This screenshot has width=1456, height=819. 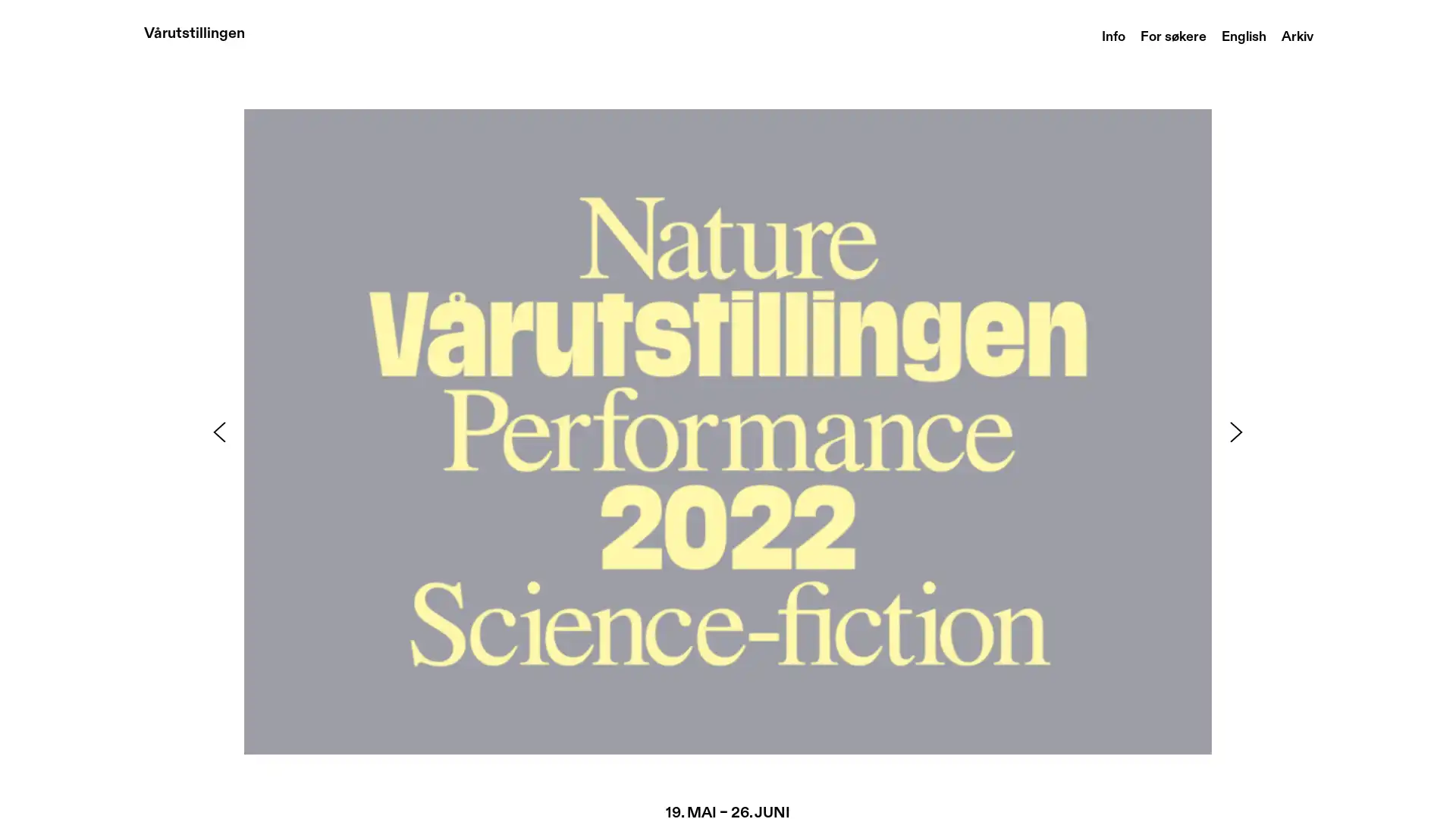 What do you see at coordinates (218, 431) in the screenshot?
I see `Previous slide` at bounding box center [218, 431].